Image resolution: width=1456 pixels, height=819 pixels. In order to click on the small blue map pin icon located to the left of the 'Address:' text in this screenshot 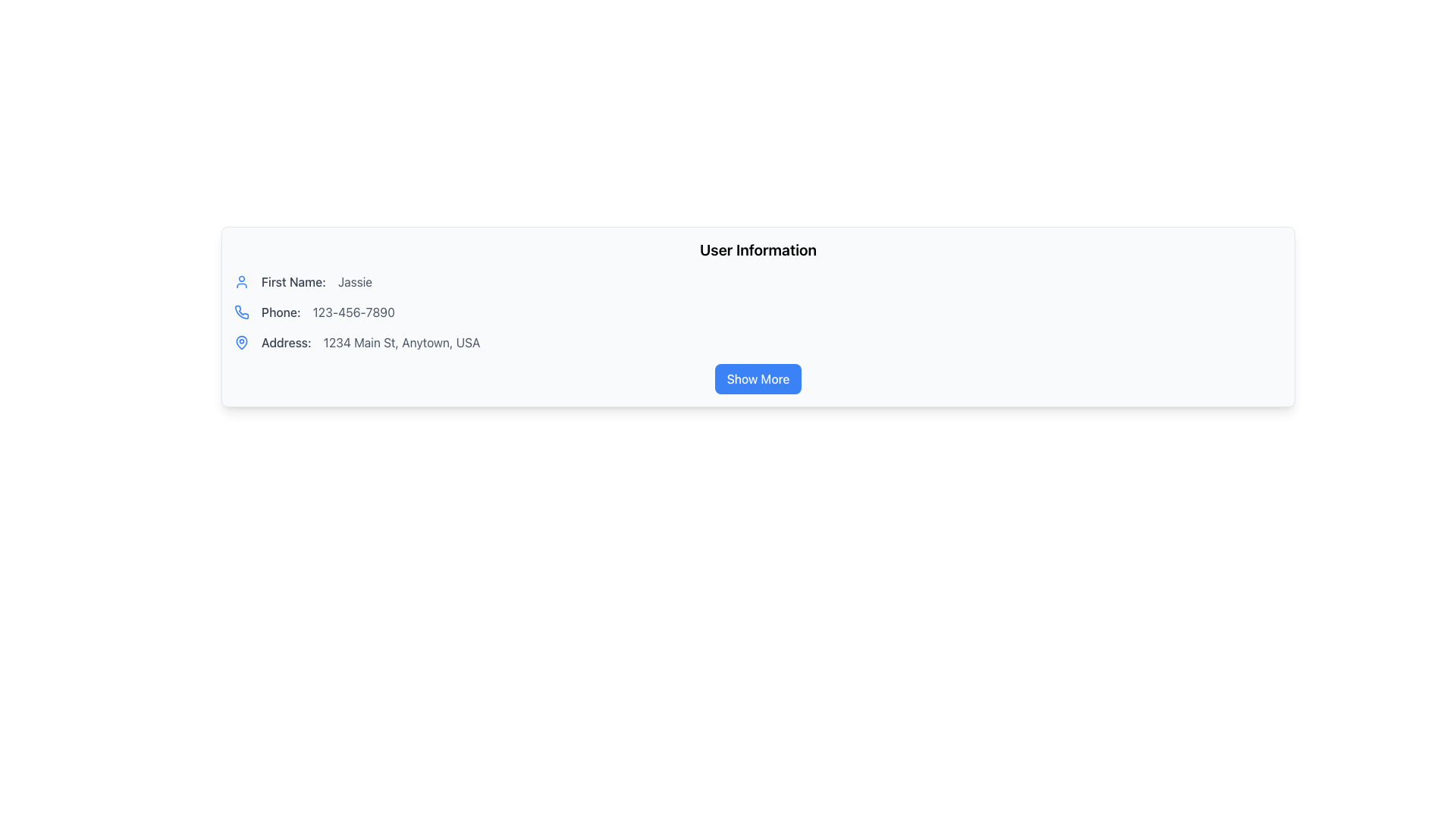, I will do `click(240, 342)`.